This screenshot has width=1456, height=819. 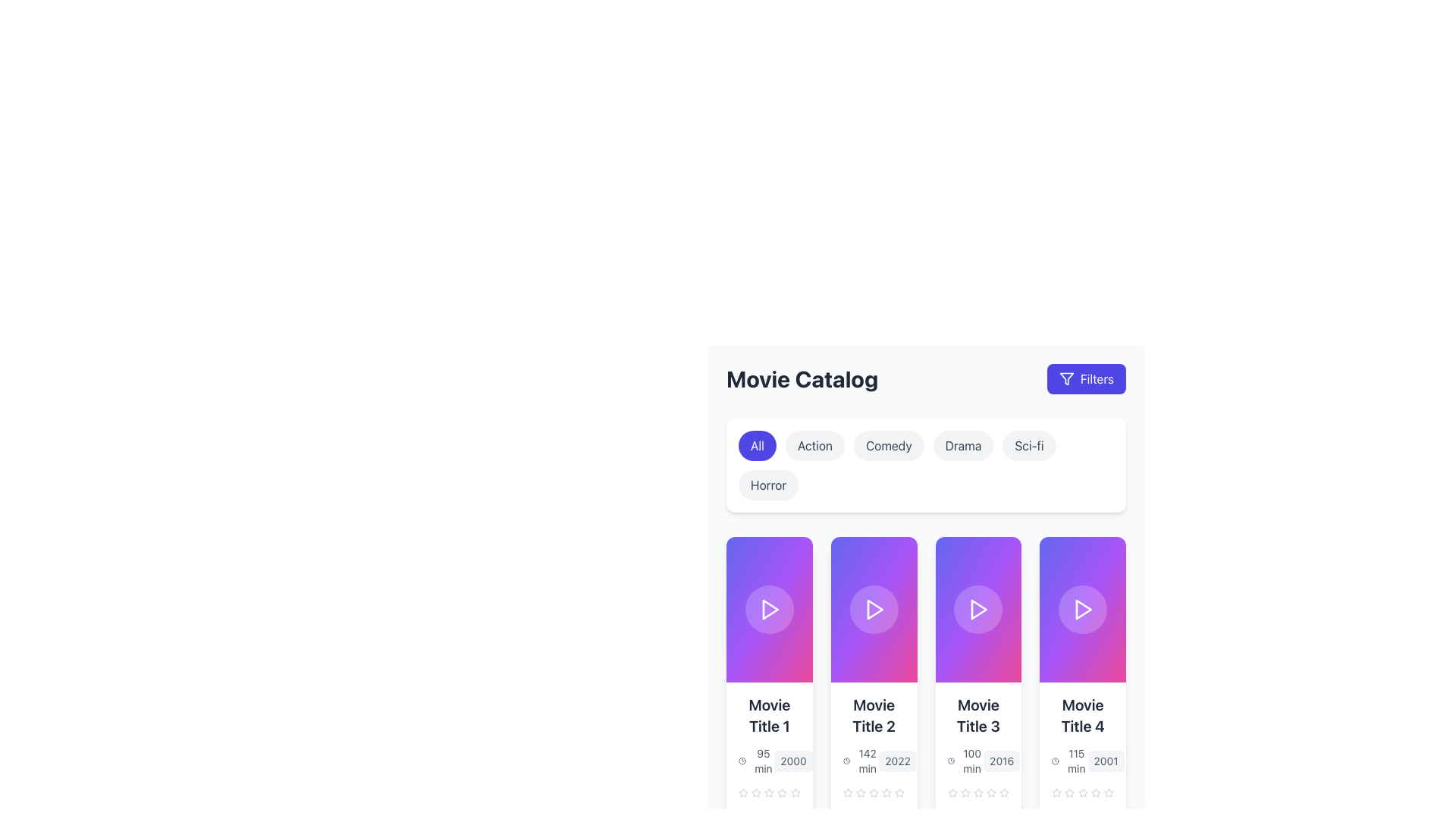 What do you see at coordinates (874, 792) in the screenshot?
I see `the third star icon in the row of five stars for the movie entry titled 'Movie Title 2' in the movie catalog grid` at bounding box center [874, 792].